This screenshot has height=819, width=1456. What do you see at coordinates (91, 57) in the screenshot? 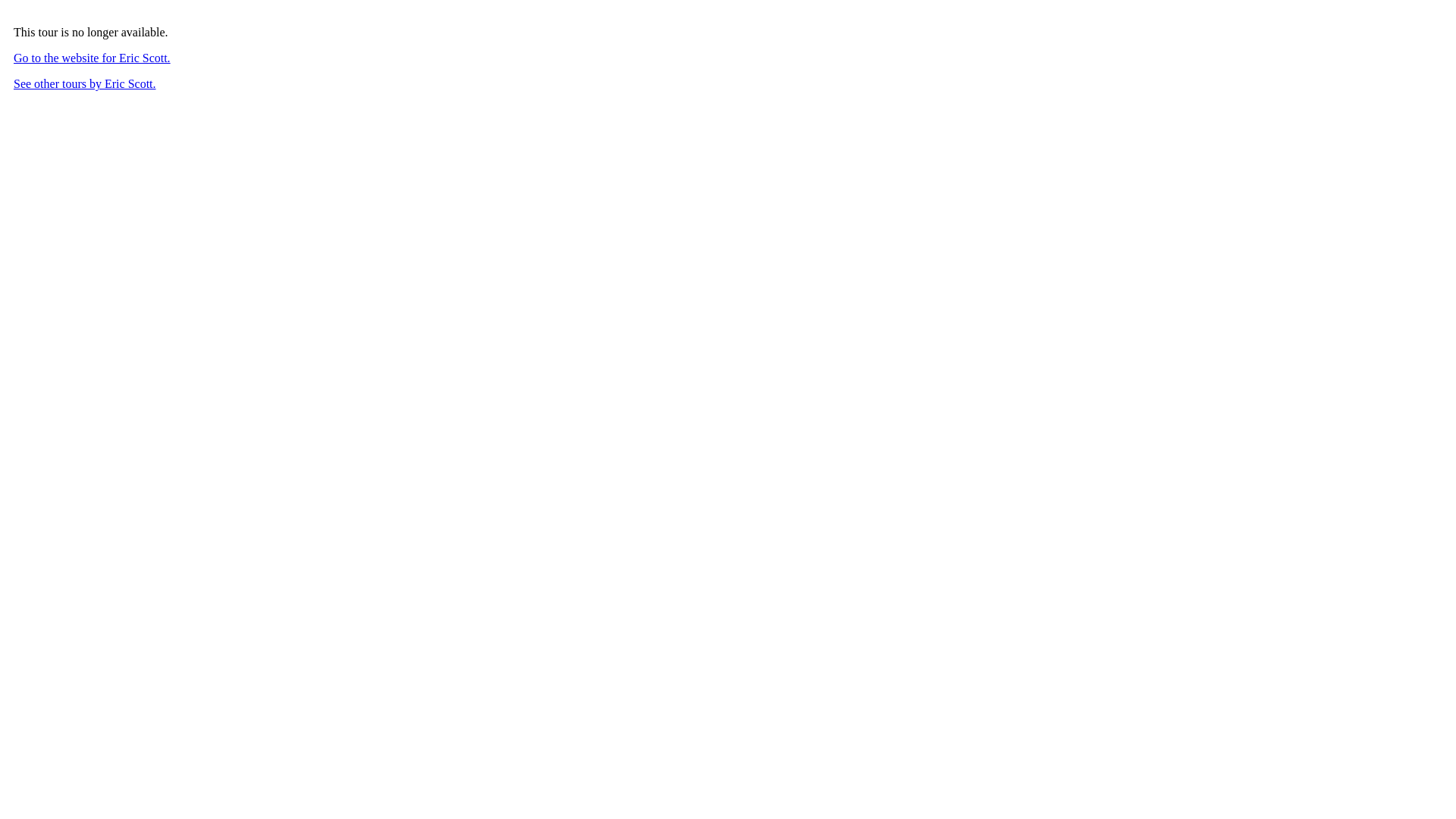
I see `'Go to the website for Eric Scott.'` at bounding box center [91, 57].